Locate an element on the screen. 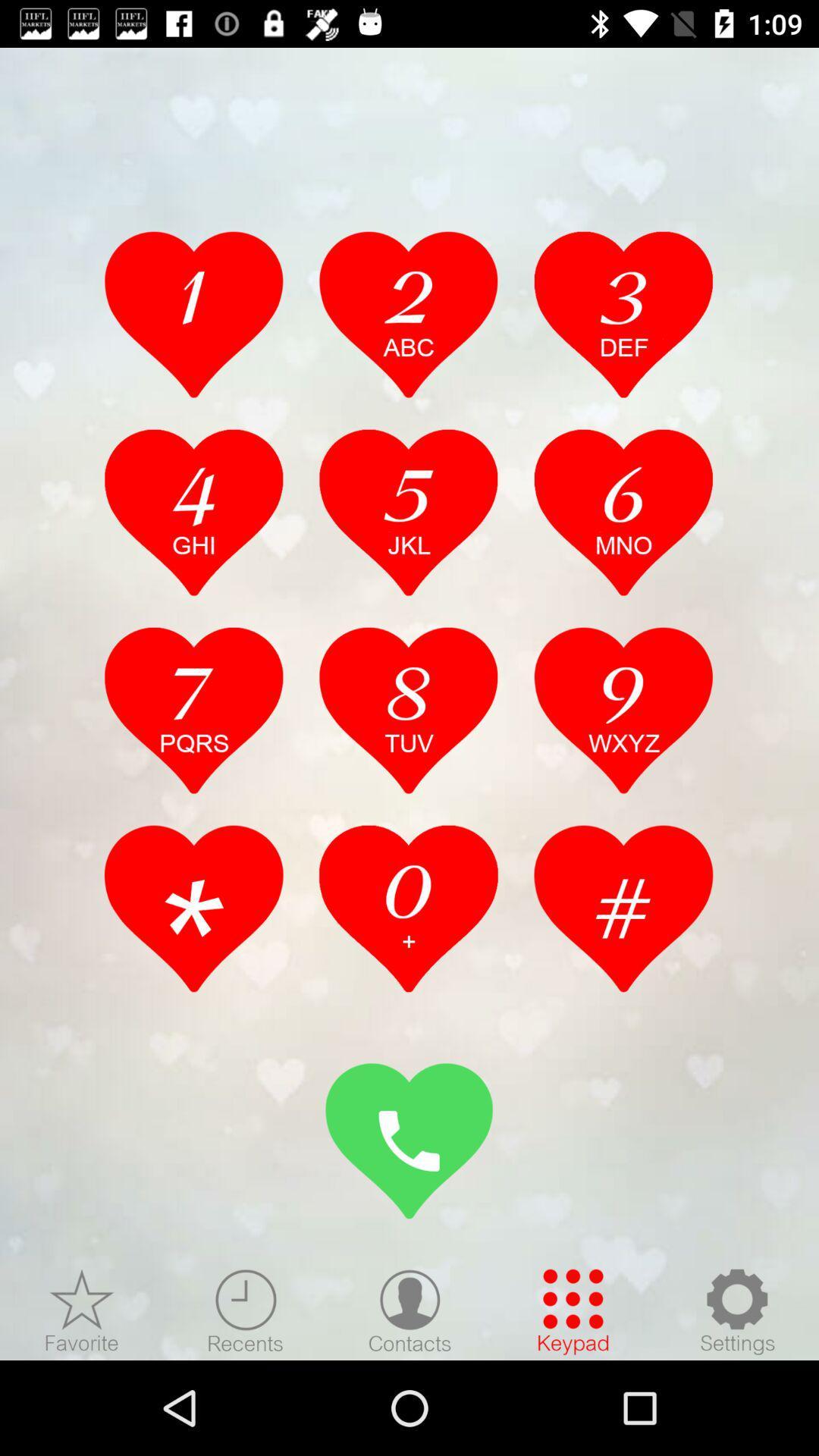 The height and width of the screenshot is (1456, 819). novedosa pantalla de corazones is located at coordinates (82, 1310).